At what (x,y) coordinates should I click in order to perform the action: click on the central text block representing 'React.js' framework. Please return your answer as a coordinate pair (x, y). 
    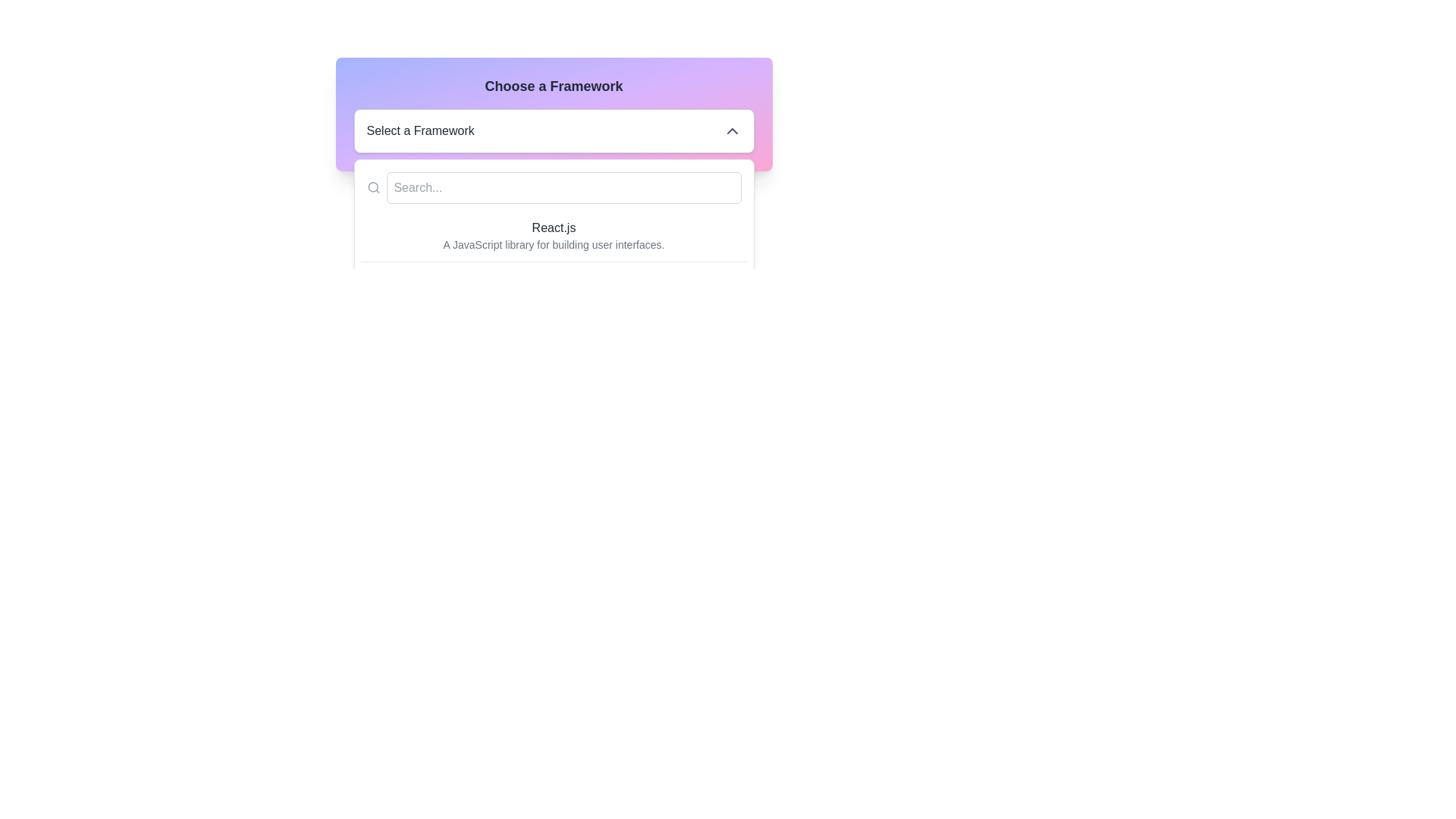
    Looking at the image, I should click on (553, 236).